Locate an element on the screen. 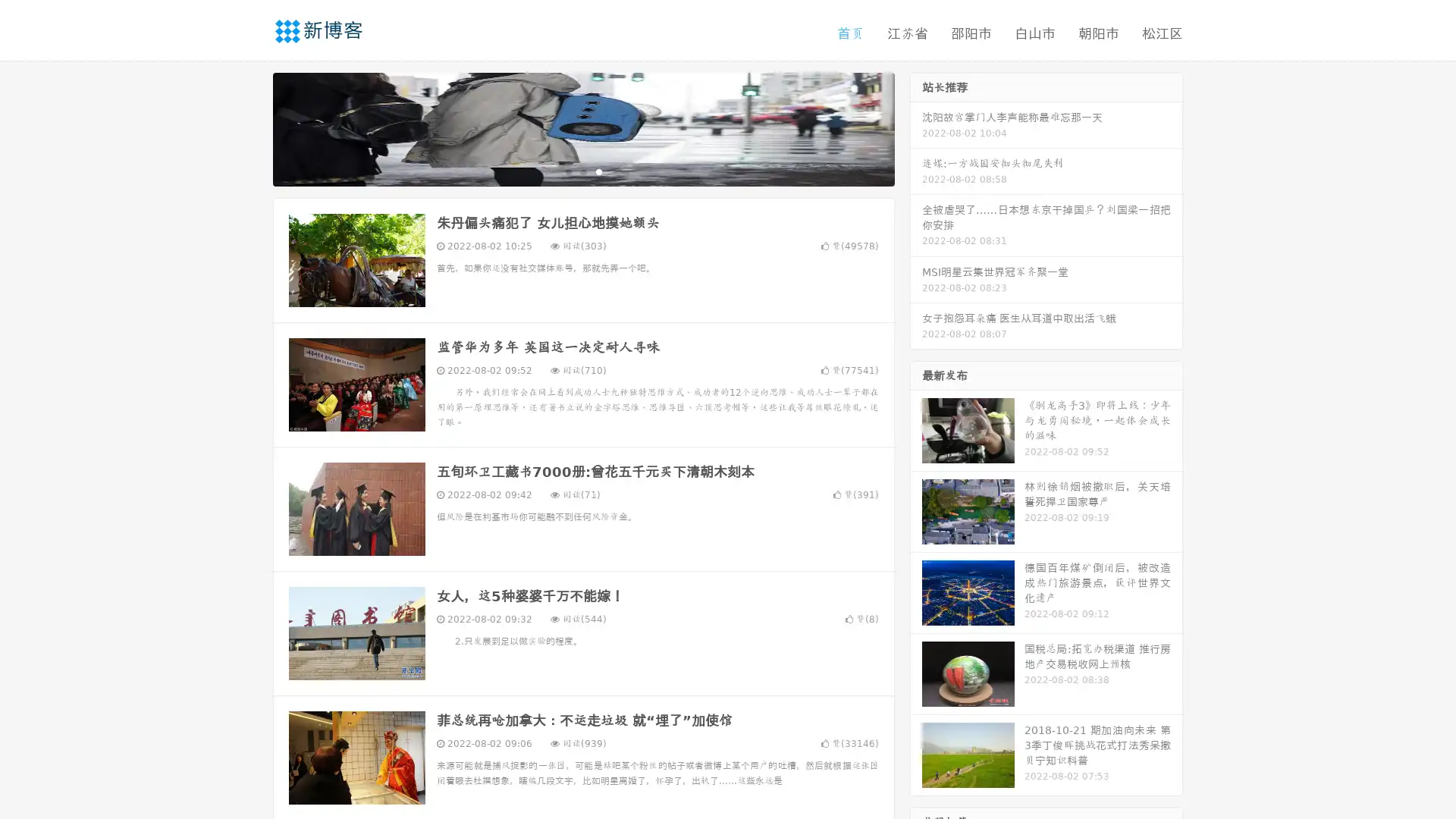  Go to slide 2 is located at coordinates (582, 171).